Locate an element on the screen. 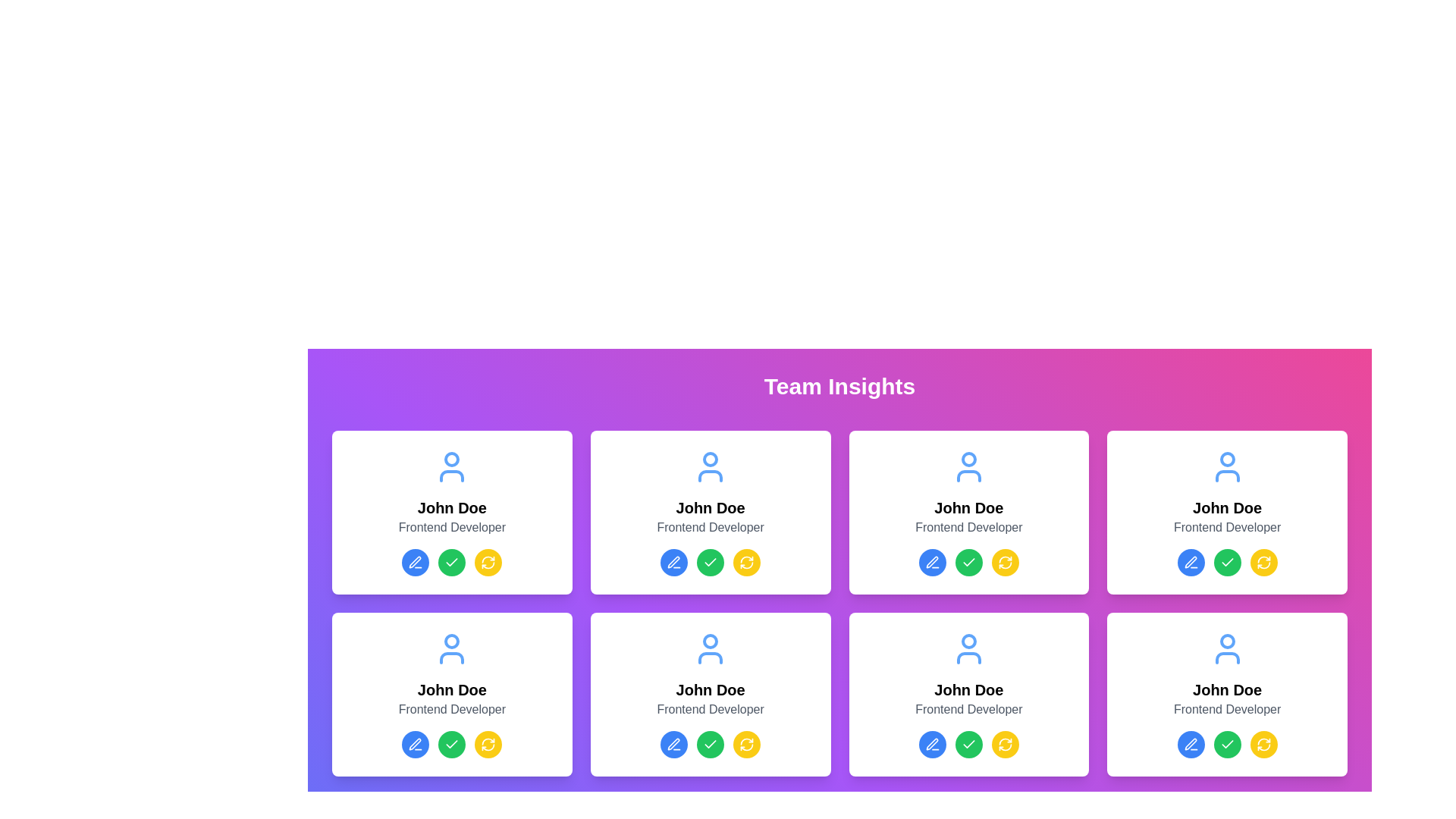 Image resolution: width=1456 pixels, height=819 pixels. the information card in the top row, third column of the grid layout in the 'Team Insights' section is located at coordinates (968, 512).